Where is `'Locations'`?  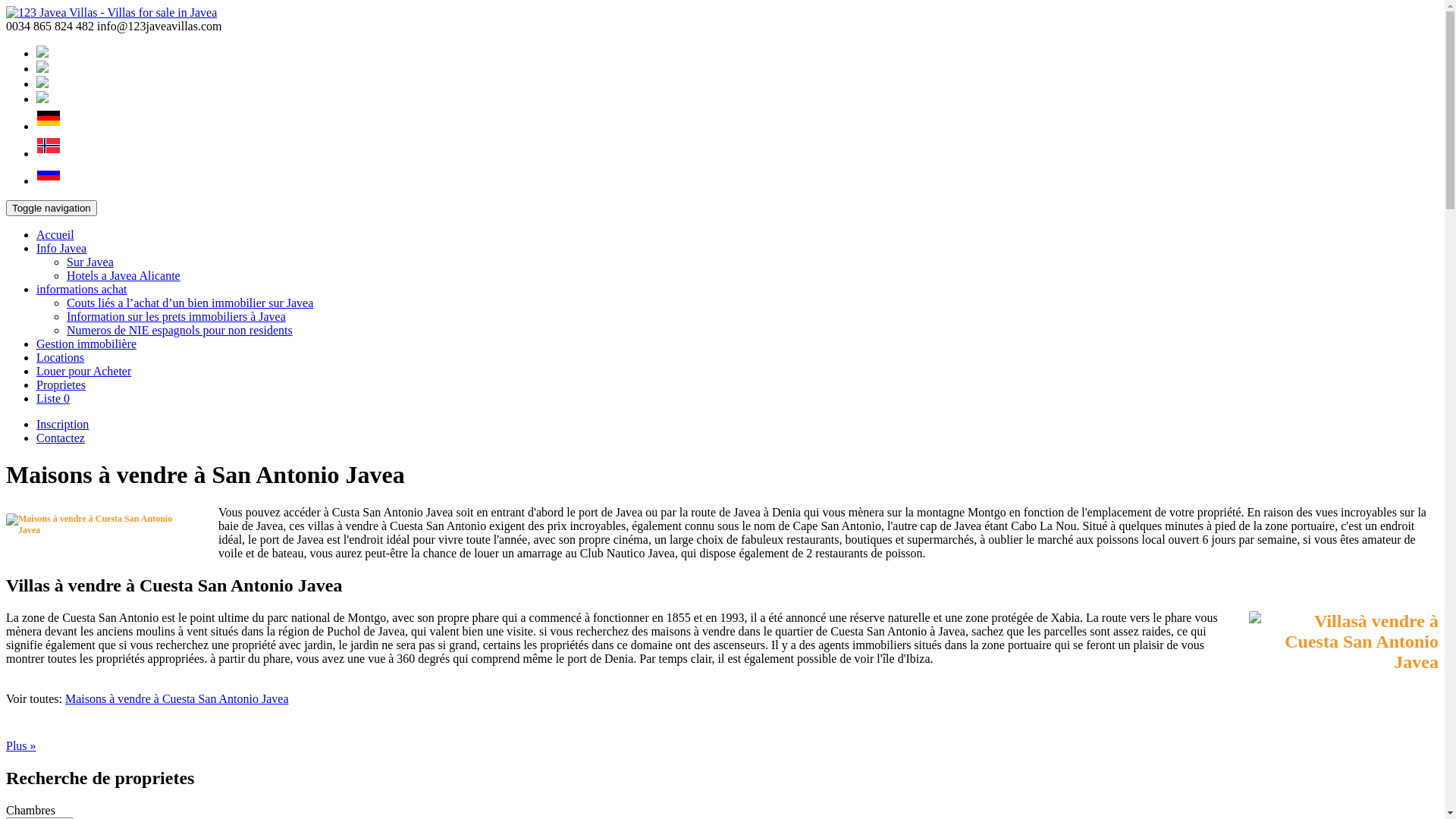 'Locations' is located at coordinates (60, 357).